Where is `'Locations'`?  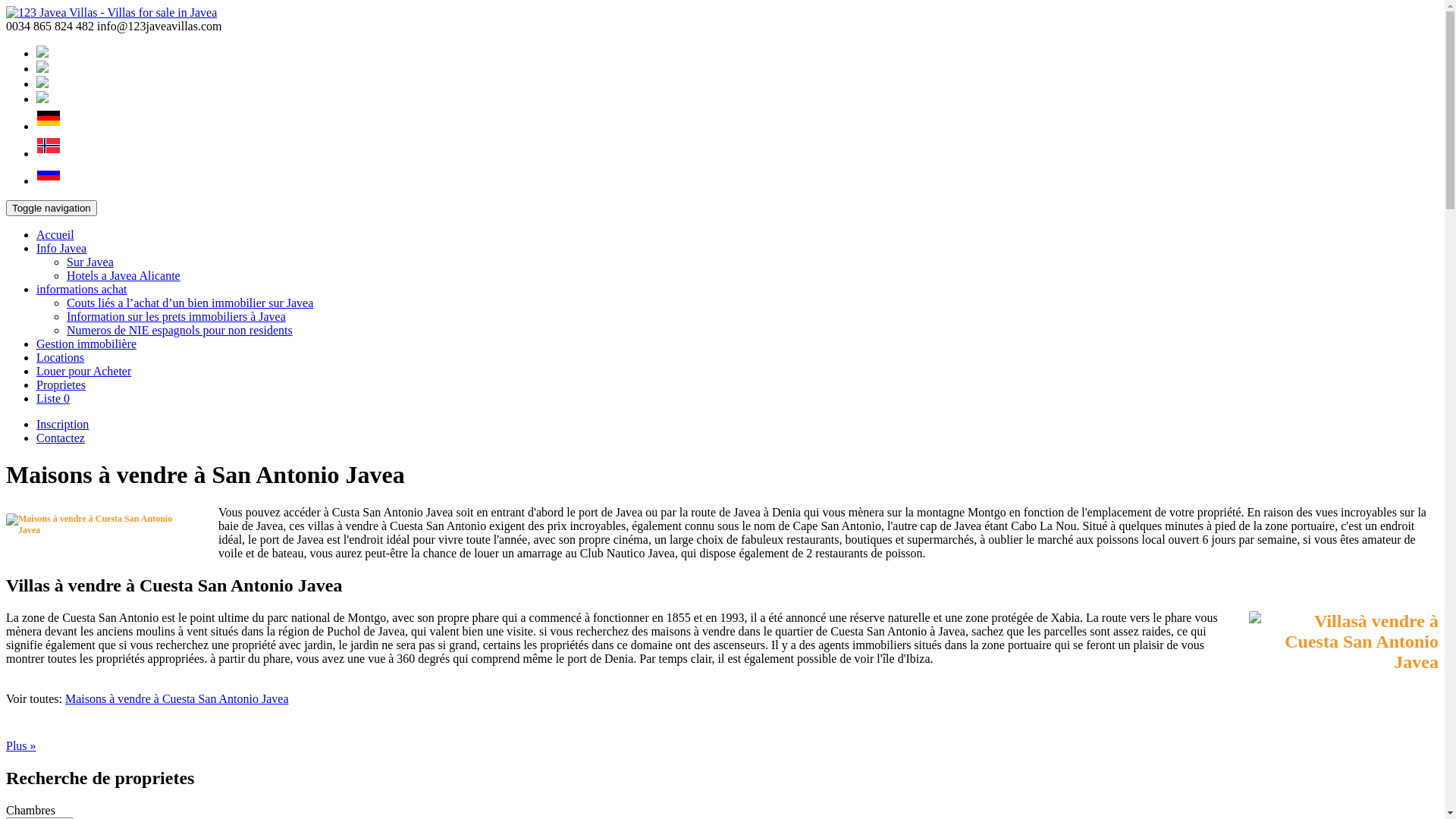 'Locations' is located at coordinates (60, 357).